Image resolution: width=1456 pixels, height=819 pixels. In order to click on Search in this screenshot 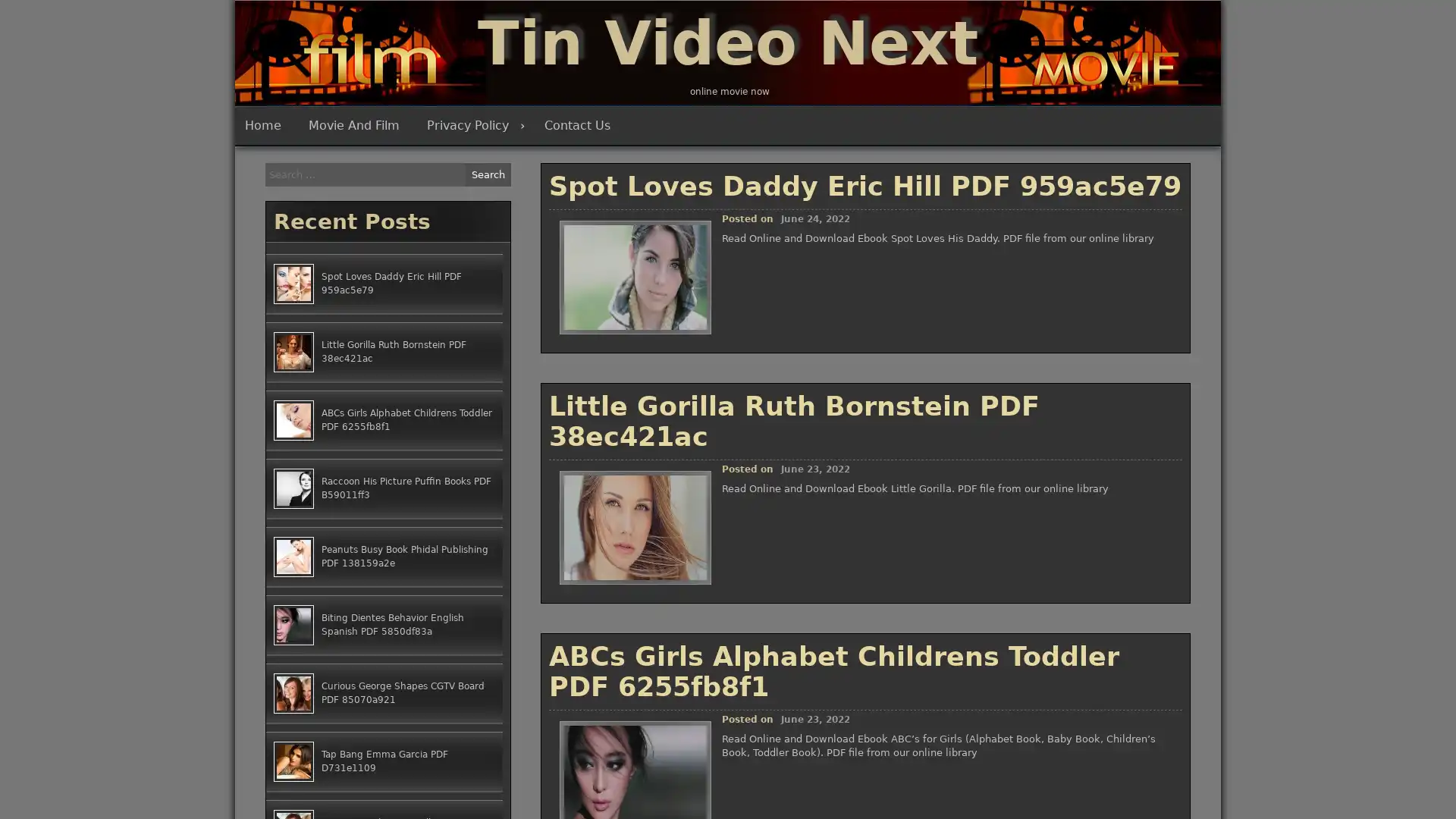, I will do `click(488, 174)`.